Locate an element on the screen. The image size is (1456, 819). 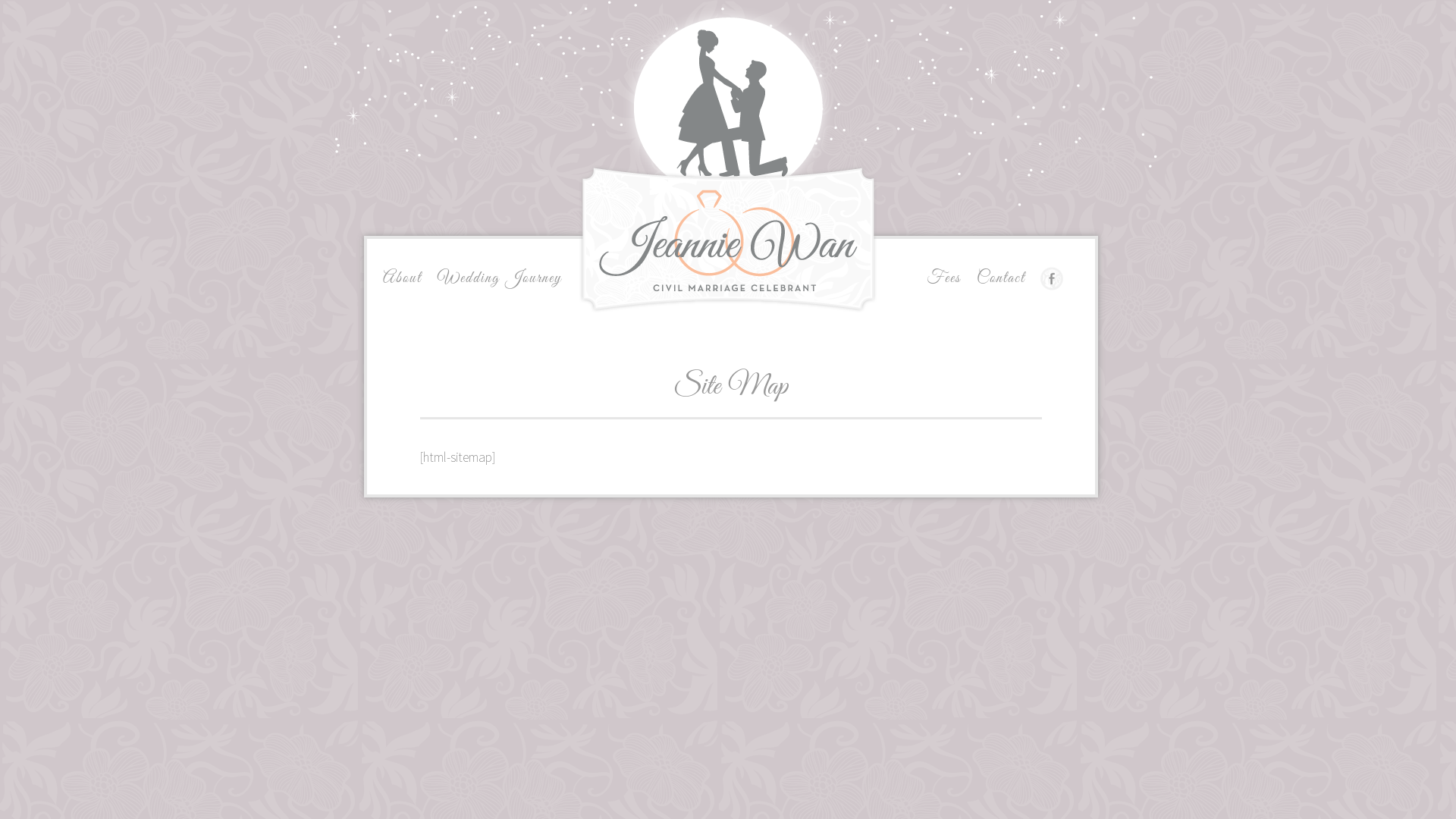
'Fees' is located at coordinates (943, 278).